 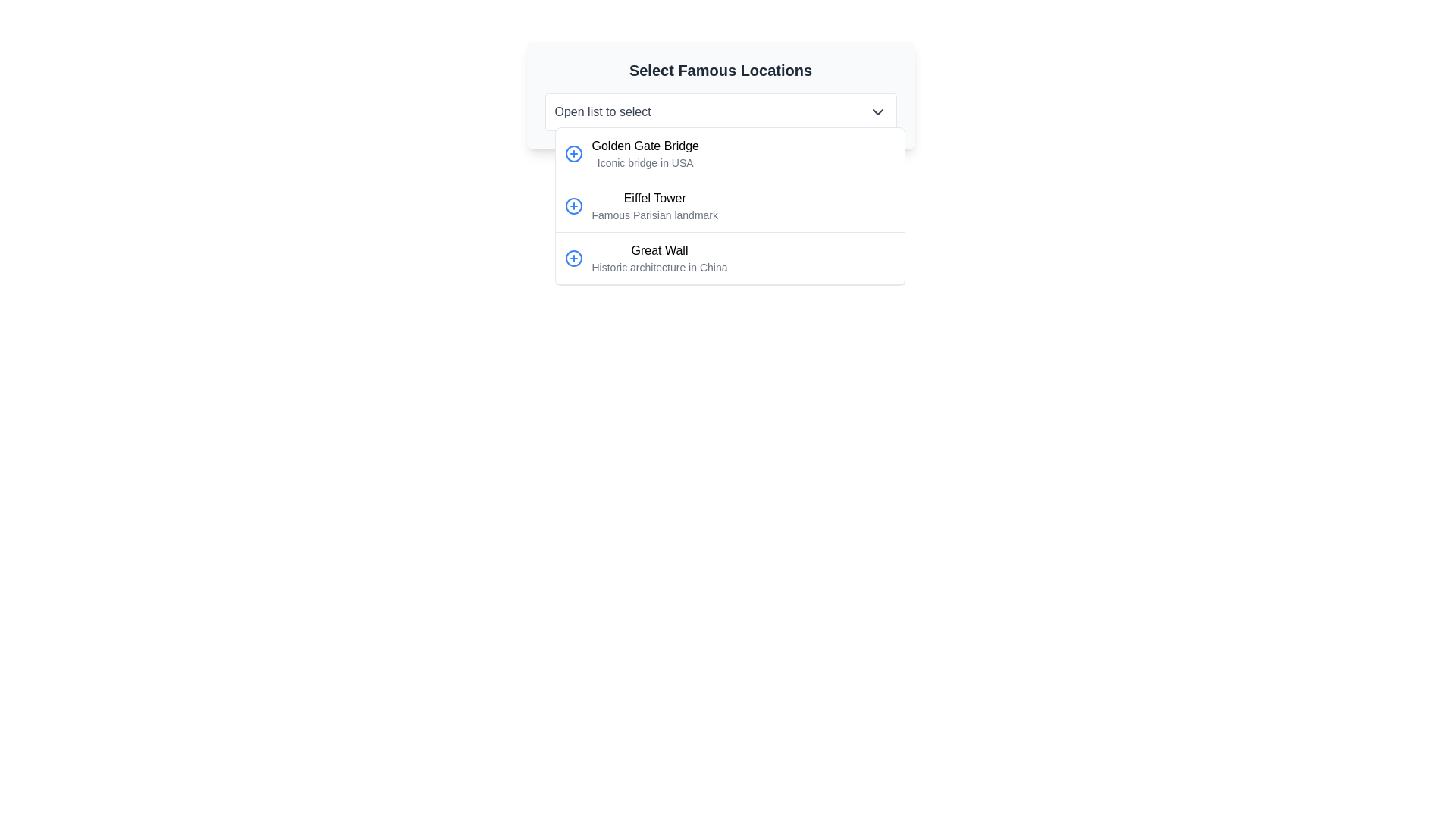 What do you see at coordinates (659, 257) in the screenshot?
I see `the text label that says 'Great Wall' which is the third entry in a vertical list of famous locations for more information` at bounding box center [659, 257].